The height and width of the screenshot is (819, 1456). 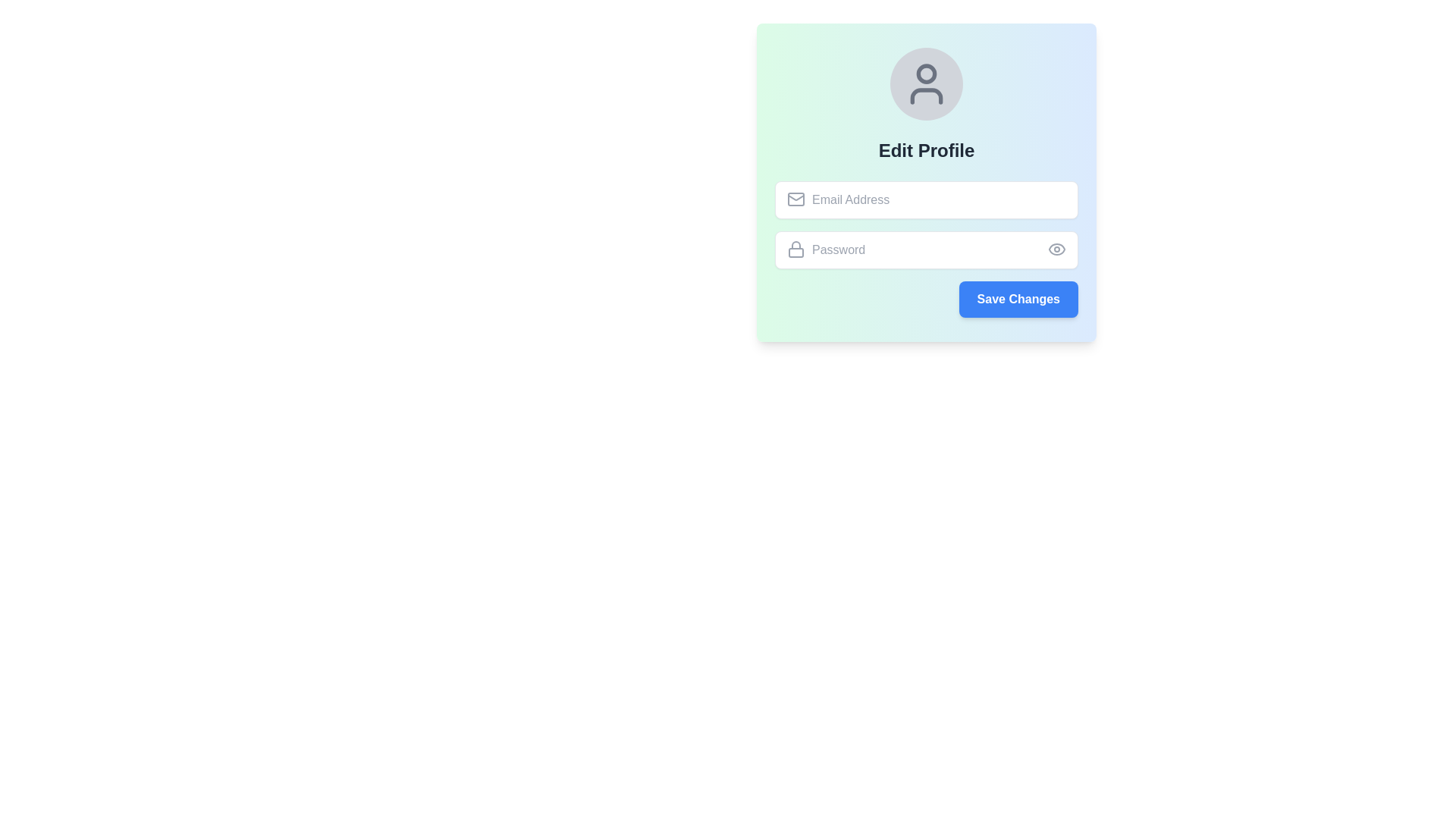 I want to click on the envelope icon, which is a small minimalist outline icon located to the left of the 'Email Address' text input field, so click(x=795, y=198).